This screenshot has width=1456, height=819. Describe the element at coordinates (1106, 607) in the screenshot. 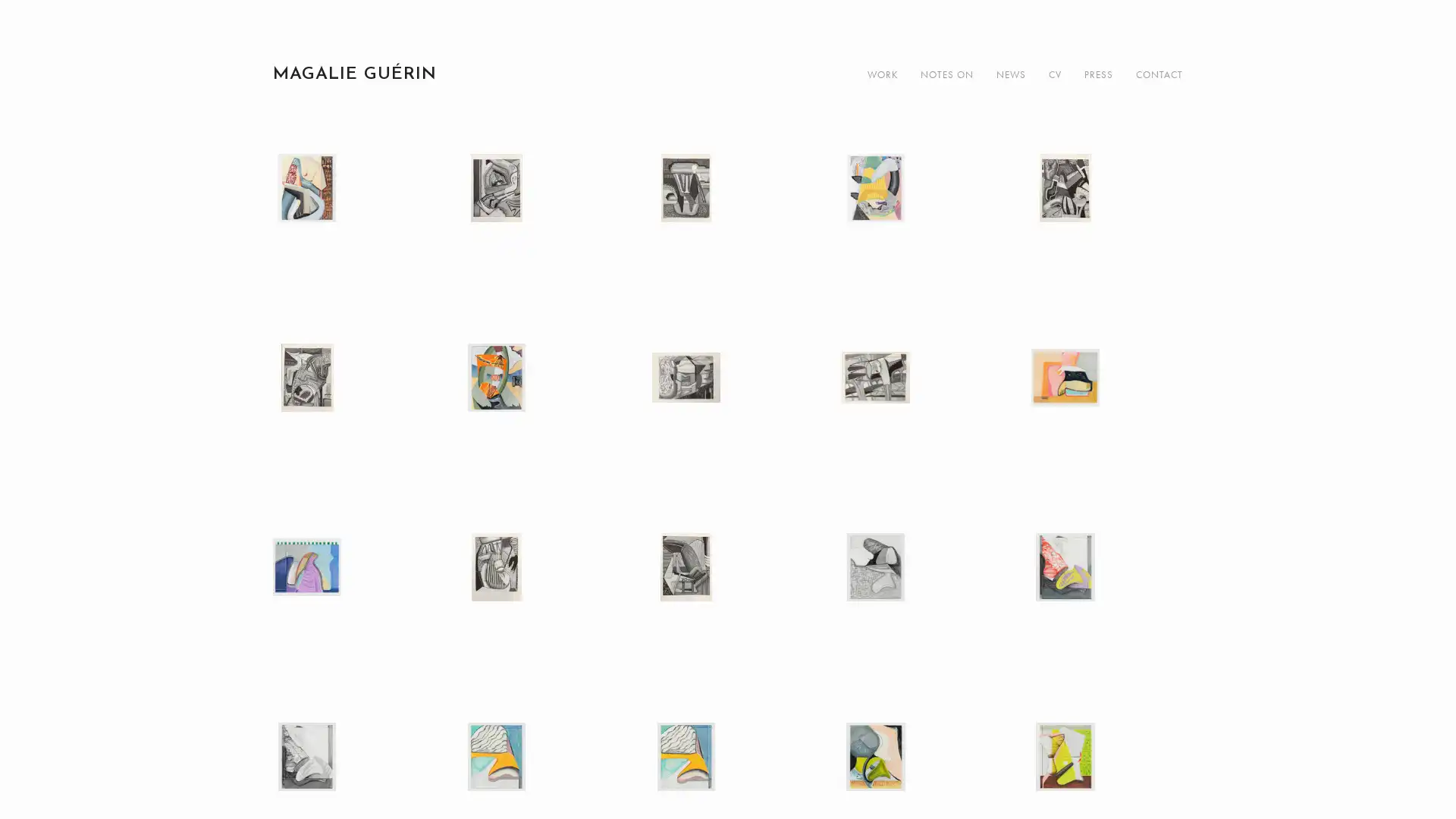

I see `View fullsize Copy Drawing (hat-ham), 2016` at that location.